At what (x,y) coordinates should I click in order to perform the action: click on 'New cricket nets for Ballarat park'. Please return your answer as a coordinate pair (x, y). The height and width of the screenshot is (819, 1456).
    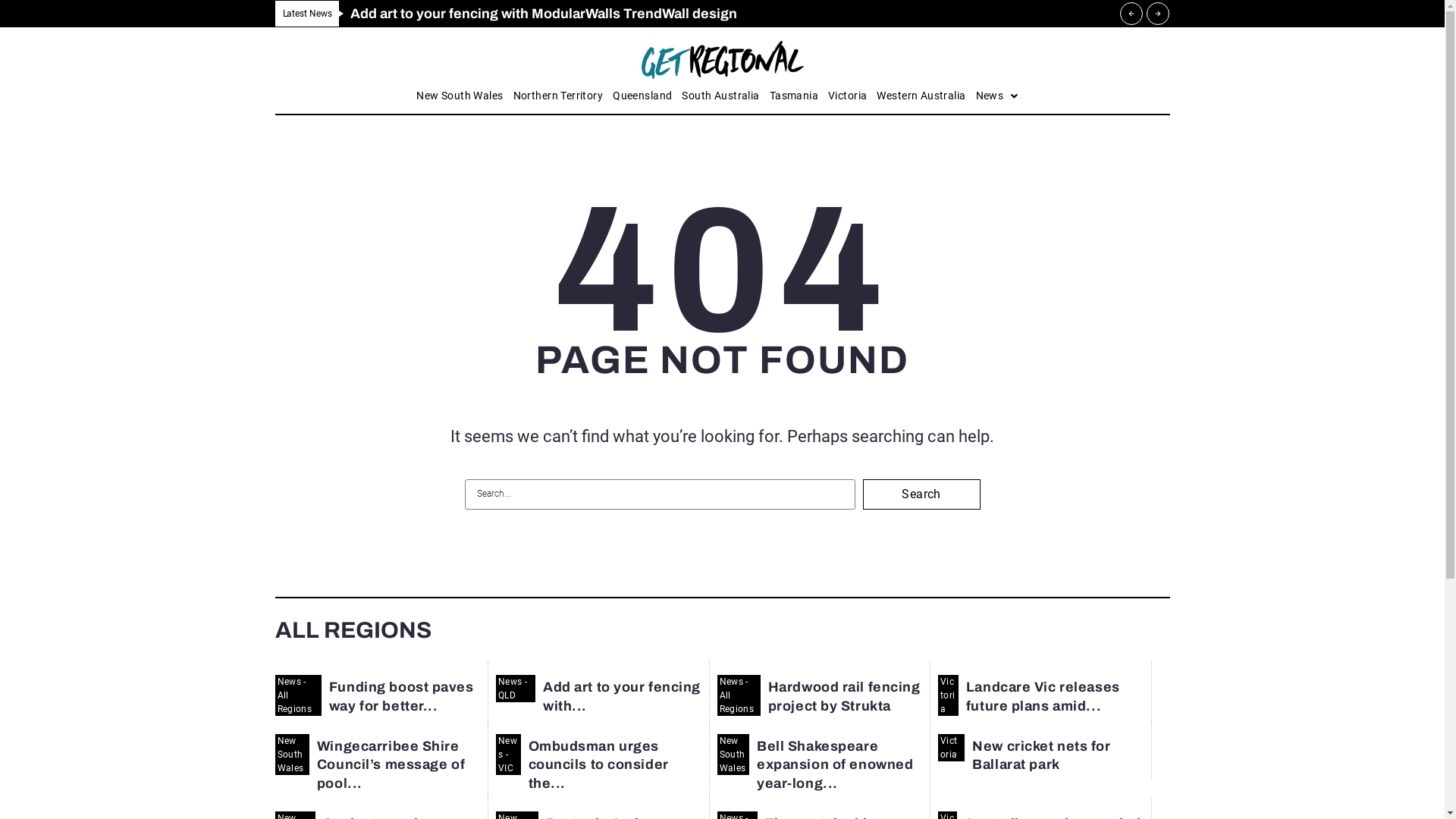
    Looking at the image, I should click on (1040, 755).